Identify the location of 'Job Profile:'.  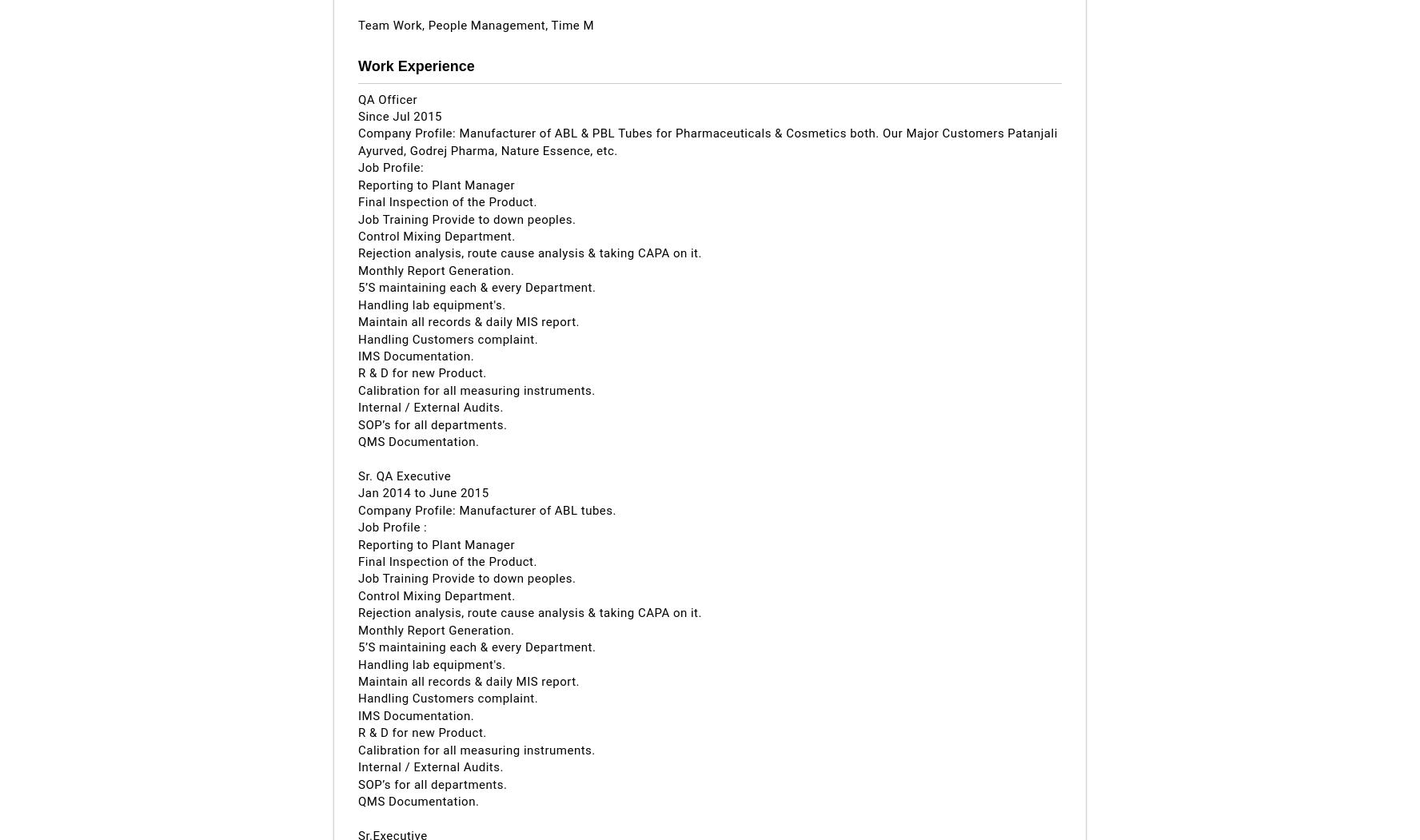
(357, 166).